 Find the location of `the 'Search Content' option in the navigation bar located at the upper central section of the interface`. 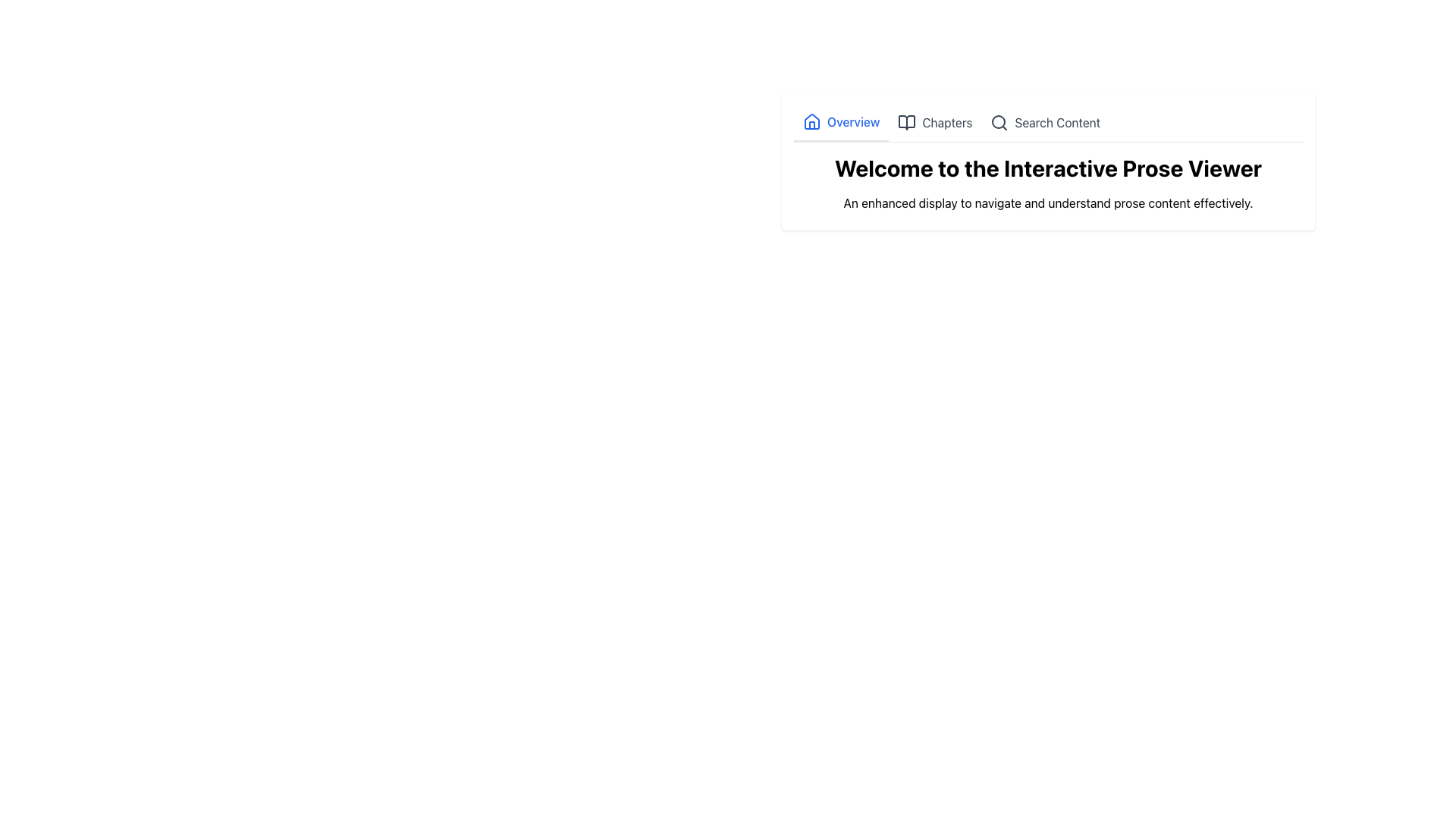

the 'Search Content' option in the navigation bar located at the upper central section of the interface is located at coordinates (1047, 122).